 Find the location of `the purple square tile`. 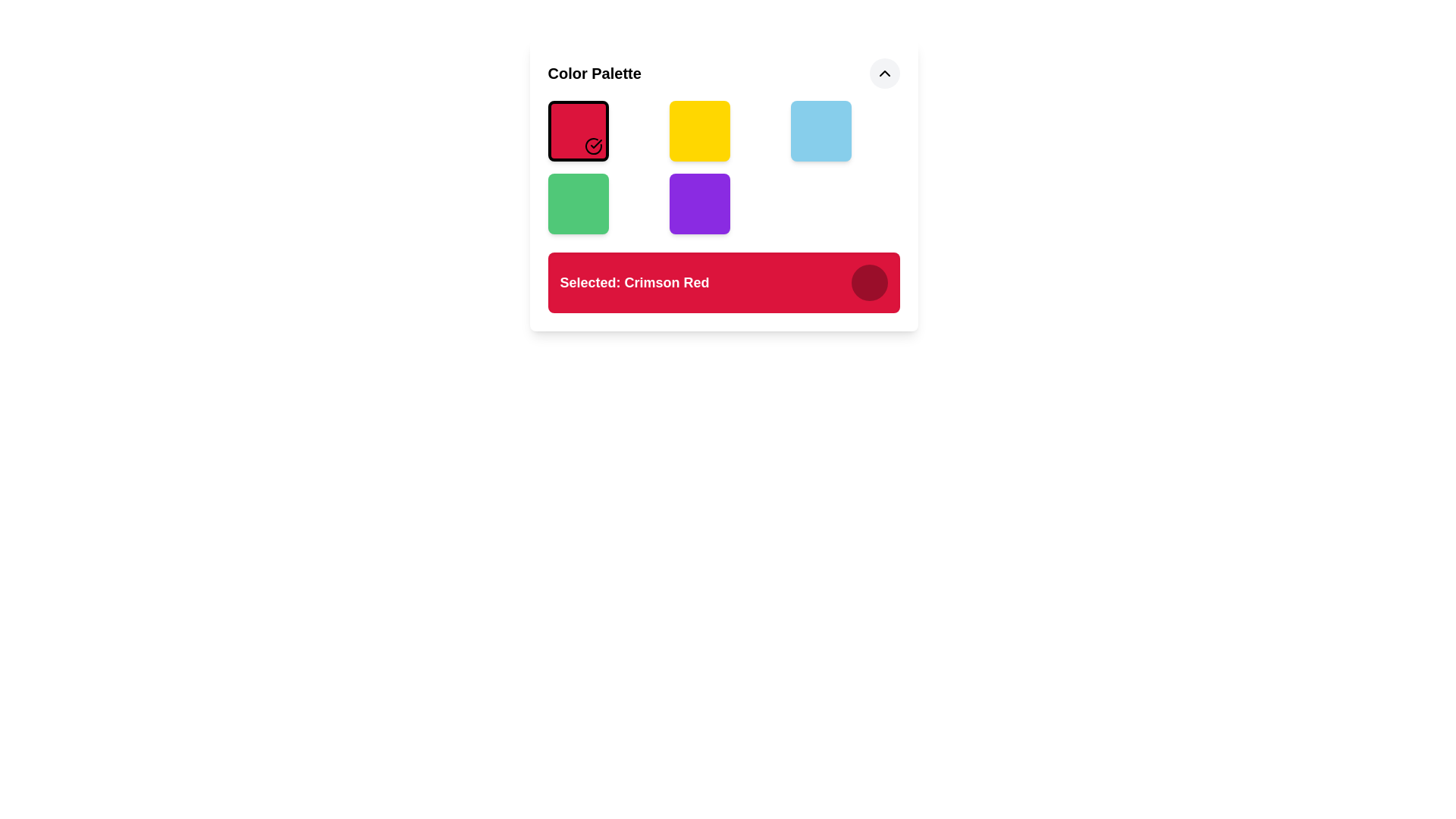

the purple square tile is located at coordinates (723, 185).